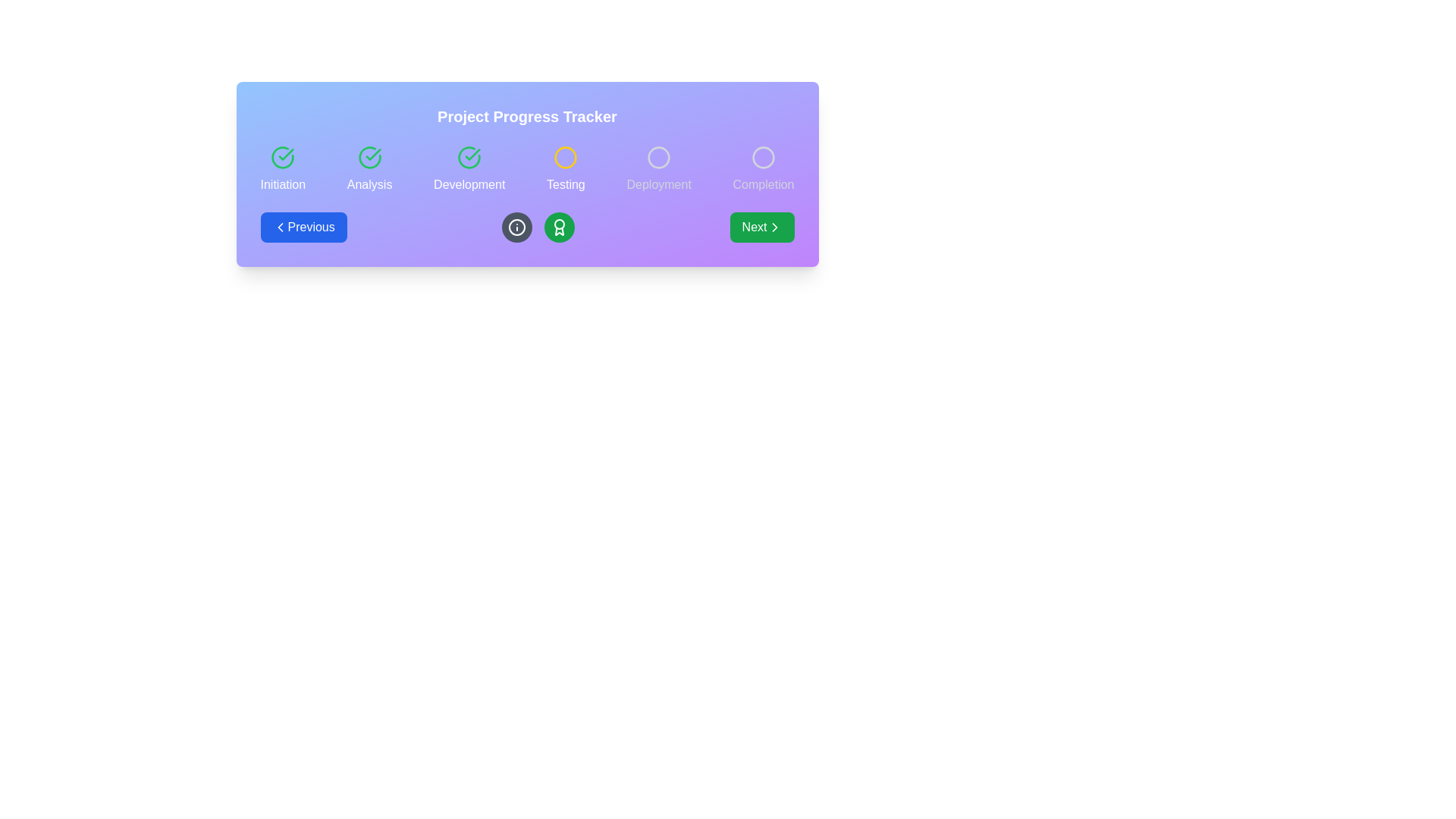 This screenshot has height=819, width=1456. Describe the element at coordinates (764, 169) in the screenshot. I see `the Progress indicator stage element` at that location.